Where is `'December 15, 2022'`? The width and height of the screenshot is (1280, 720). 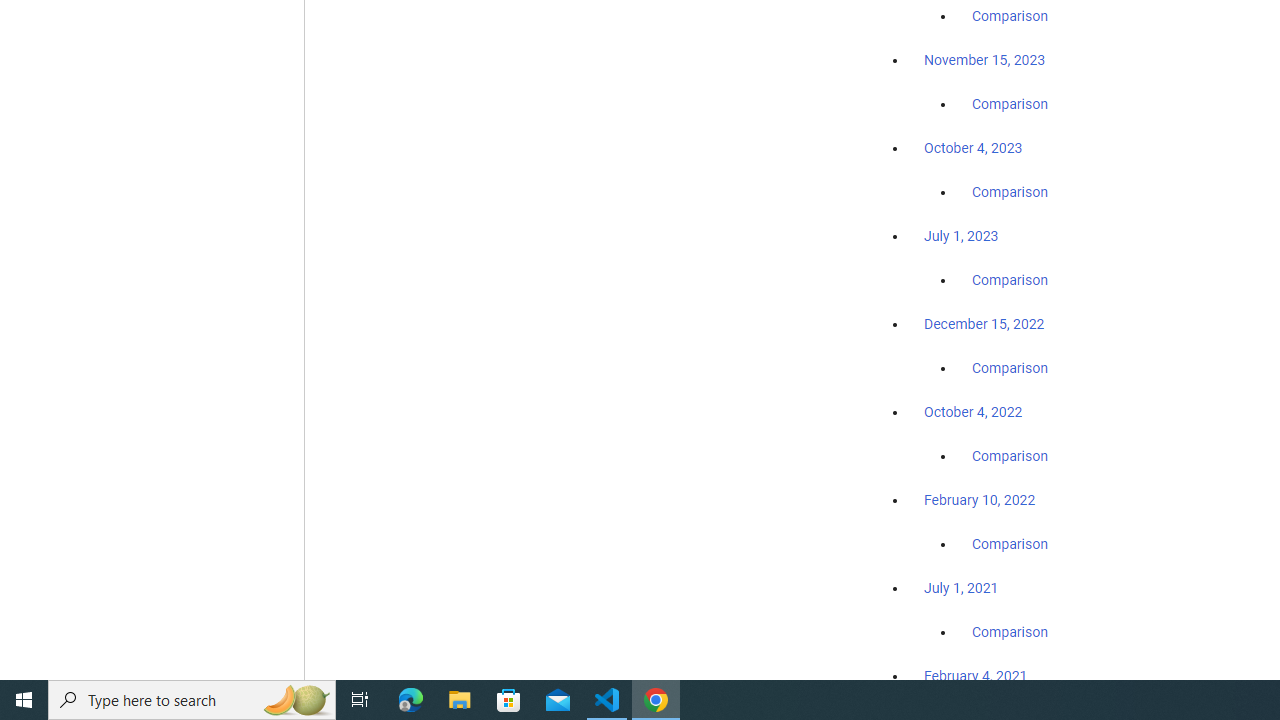 'December 15, 2022' is located at coordinates (984, 323).